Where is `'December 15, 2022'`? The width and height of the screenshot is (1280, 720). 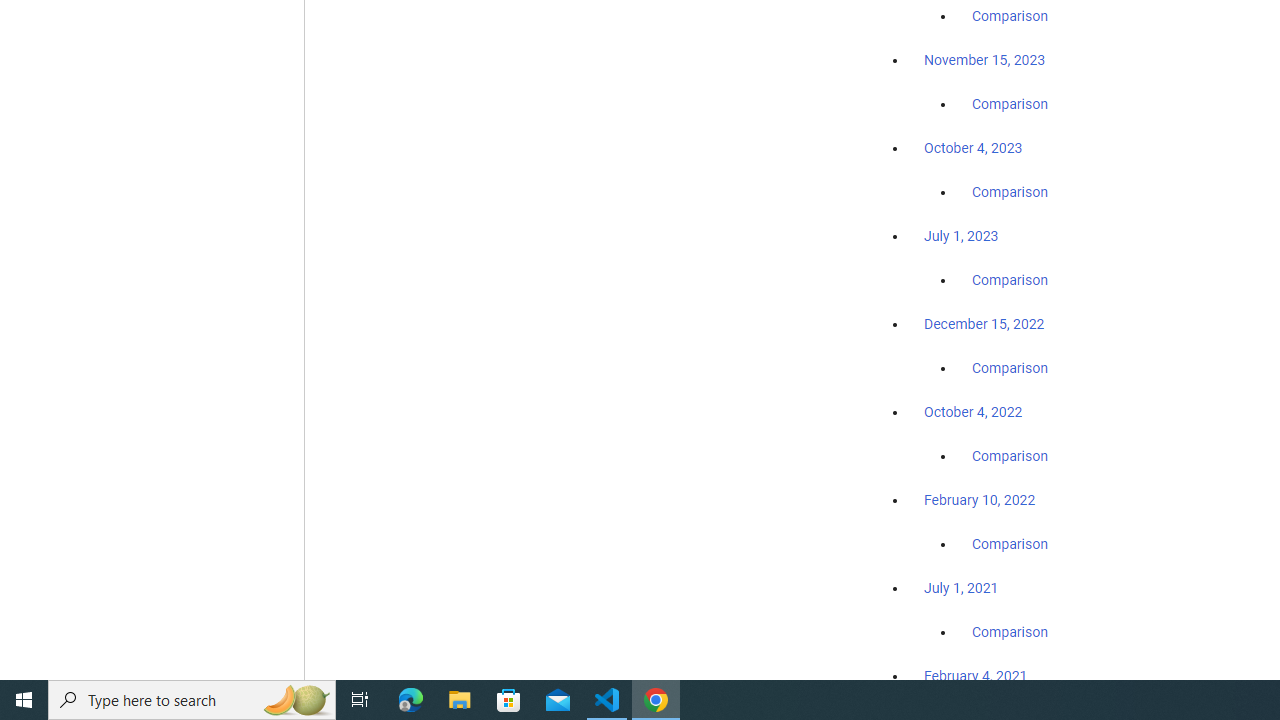 'December 15, 2022' is located at coordinates (984, 323).